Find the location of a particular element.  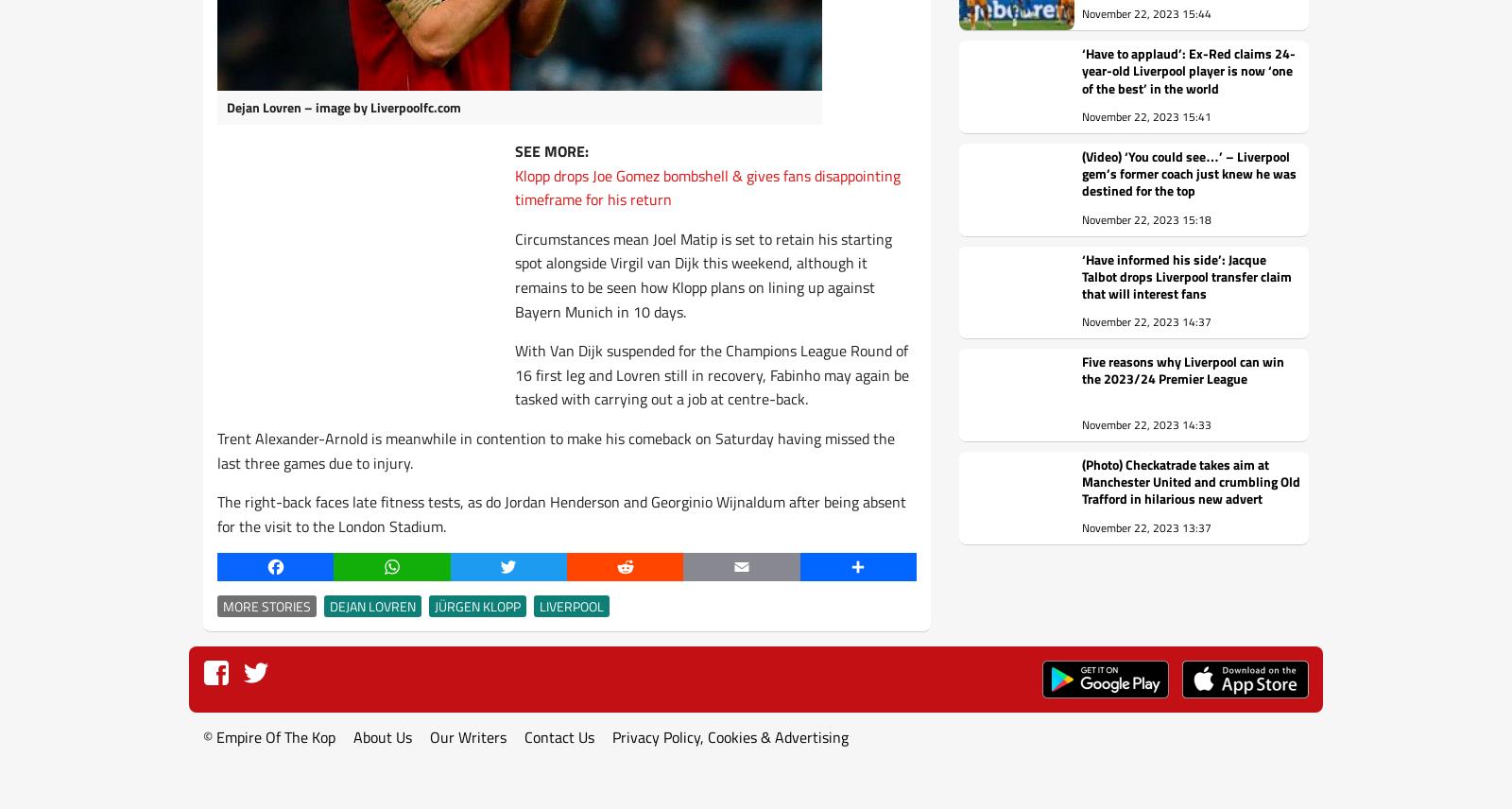

'Circumstances mean Joel Matip is set to retain his starting spot alongside Virgil van Dijk this weekend, although it remains to be seen how Klopp plans on lining up against Bayern Munich in 10 days.' is located at coordinates (703, 274).